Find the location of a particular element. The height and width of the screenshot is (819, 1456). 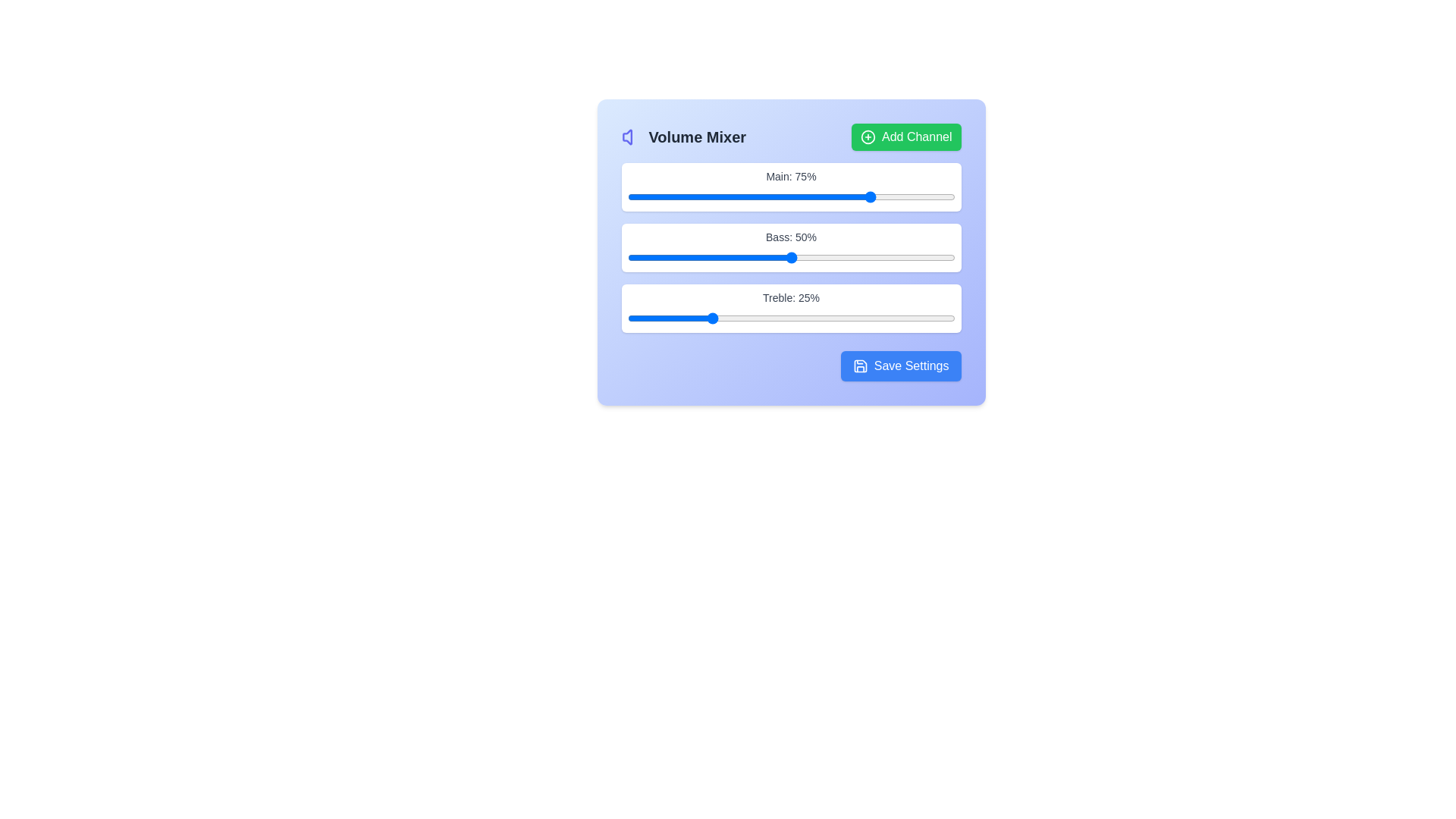

the treble level is located at coordinates (850, 318).